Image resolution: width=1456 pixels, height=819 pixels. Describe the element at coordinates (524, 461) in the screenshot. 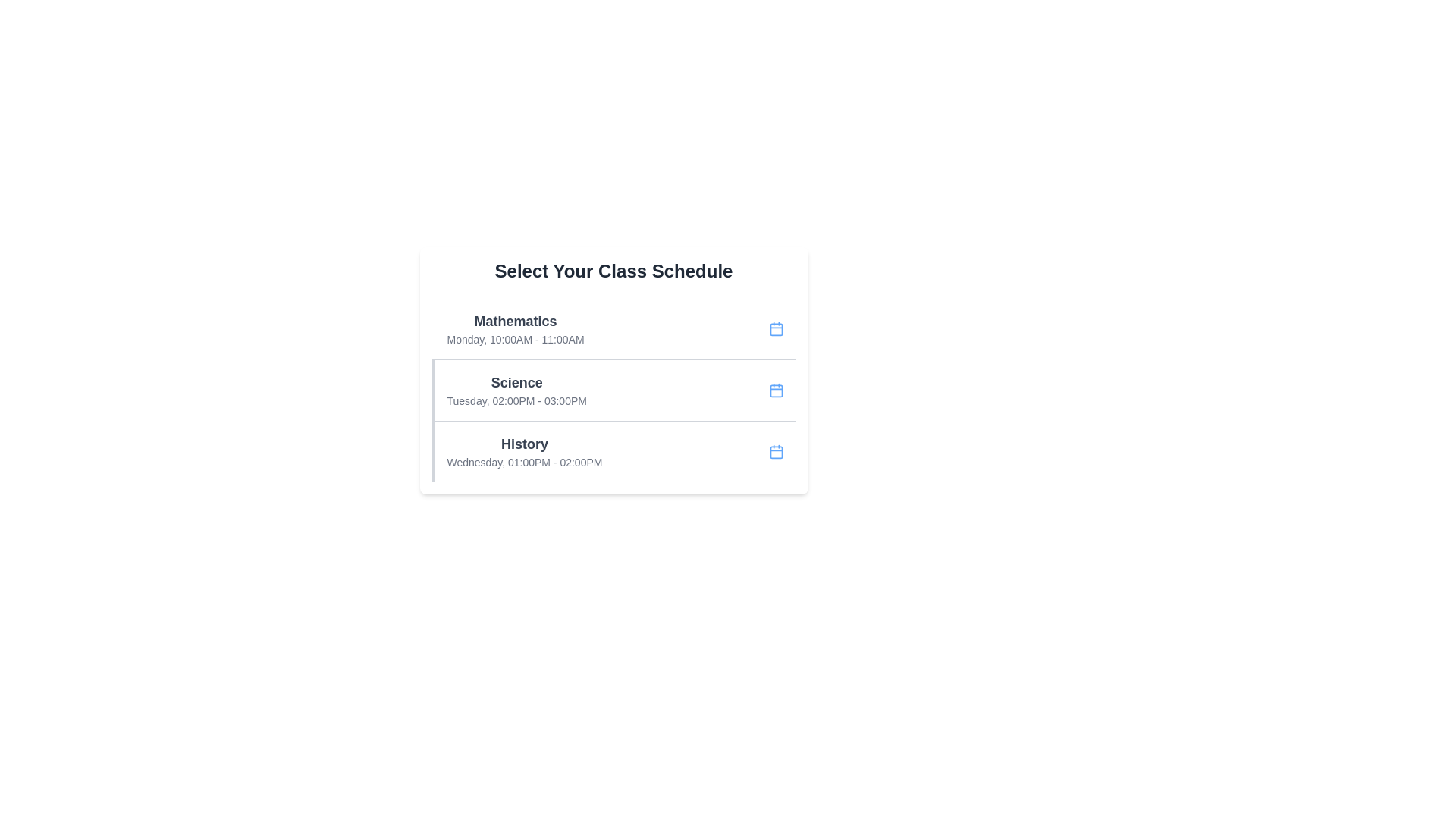

I see `the text providing information about the scheduled timing for the 'History' event` at that location.